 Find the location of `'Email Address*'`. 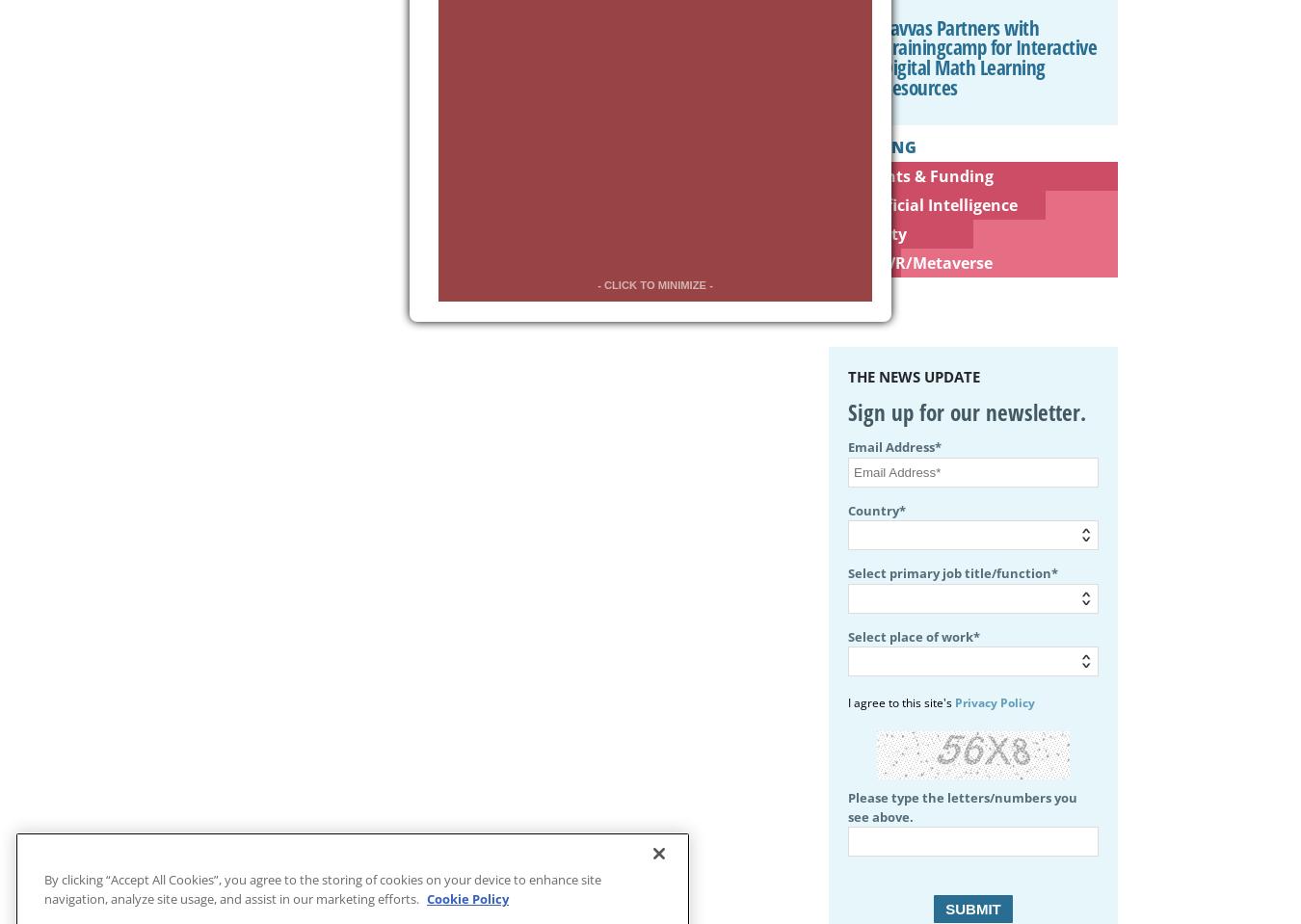

'Email Address*' is located at coordinates (893, 445).